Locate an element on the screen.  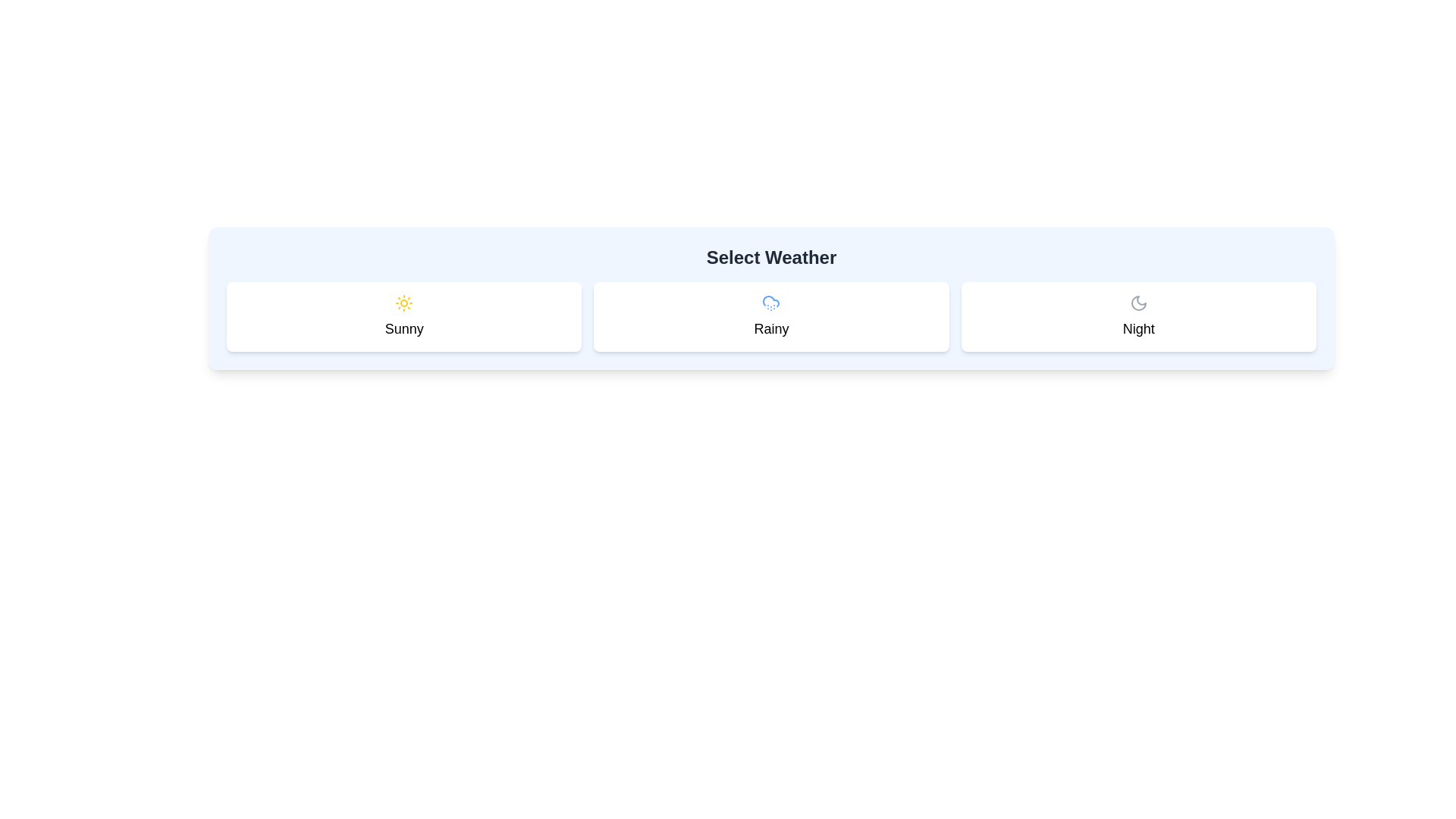
the moon-shaped icon indicating night mode, located within the right-most card labeled 'Night' is located at coordinates (1138, 303).